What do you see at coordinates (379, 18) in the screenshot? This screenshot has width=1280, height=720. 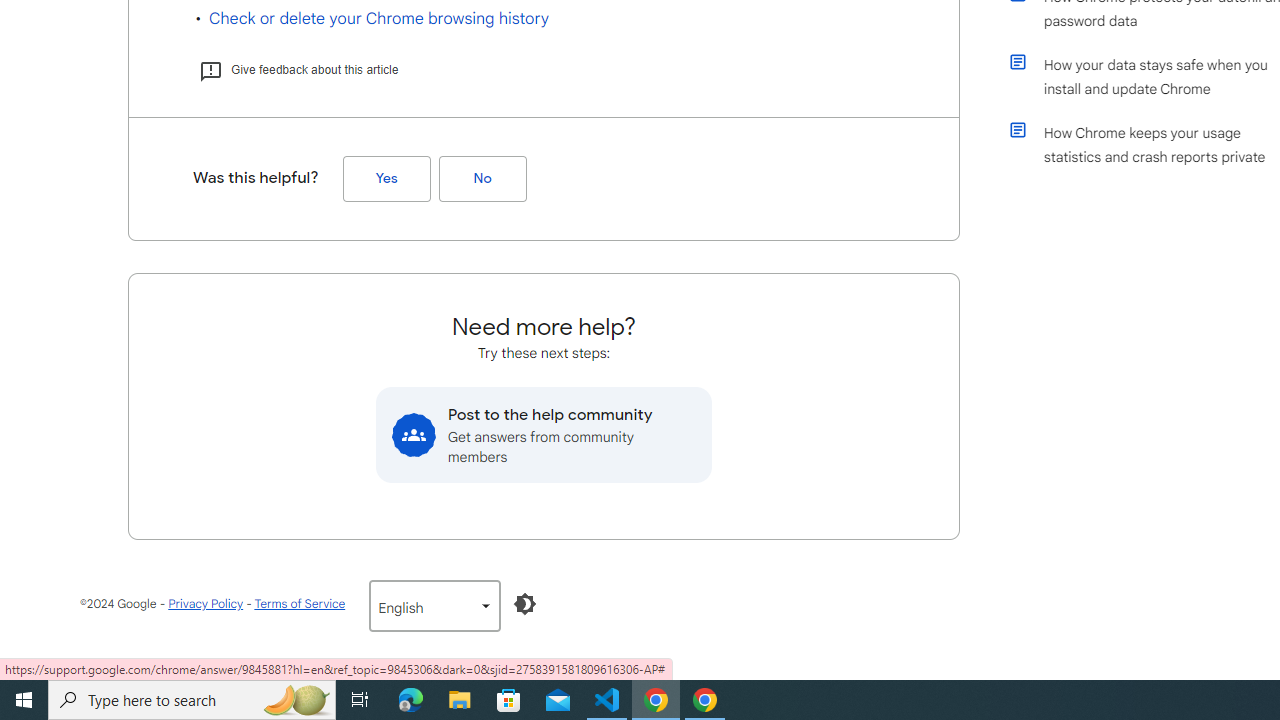 I see `'Check or delete your Chrome browsing history'` at bounding box center [379, 18].